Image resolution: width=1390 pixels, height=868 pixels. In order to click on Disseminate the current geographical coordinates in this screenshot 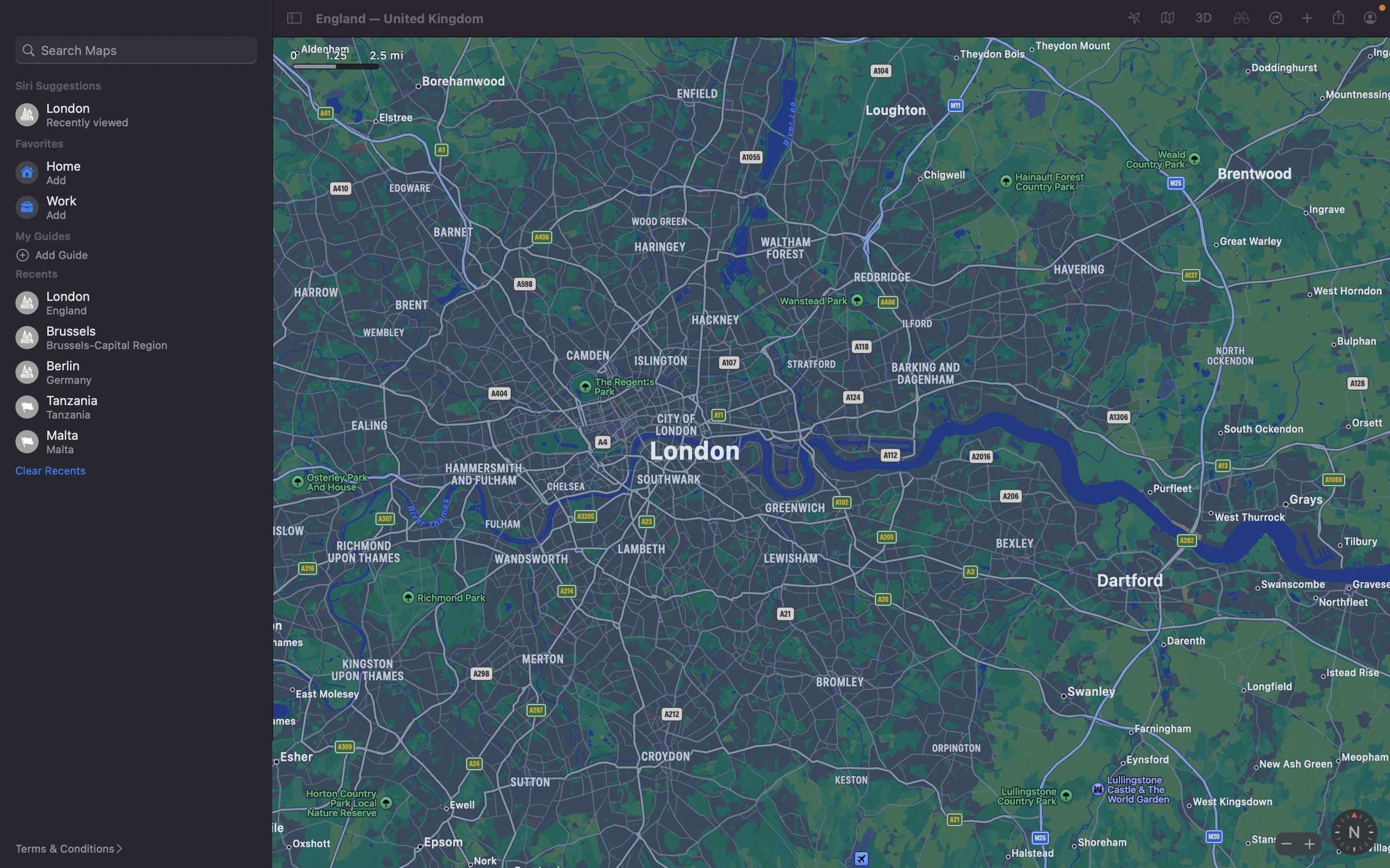, I will do `click(1340, 16)`.